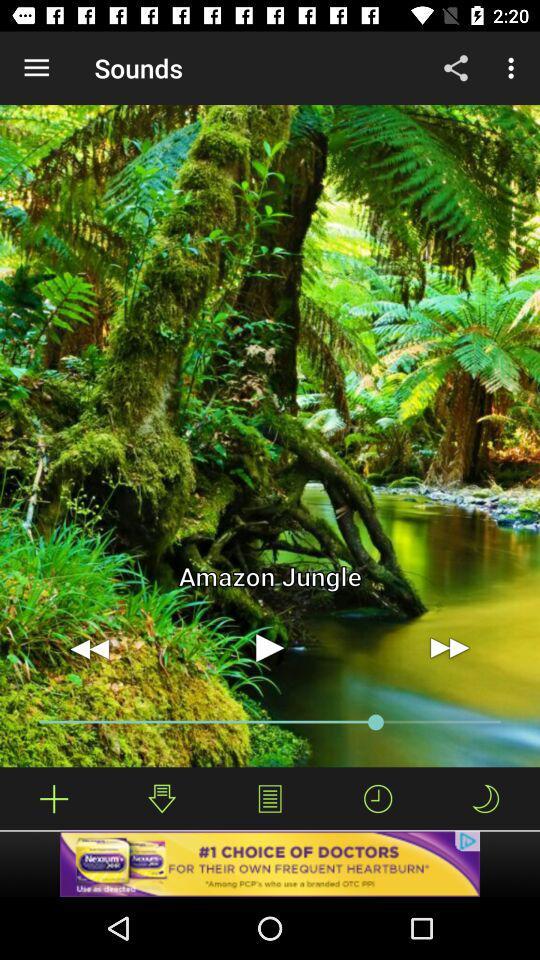  What do you see at coordinates (161, 798) in the screenshot?
I see `the download icon` at bounding box center [161, 798].